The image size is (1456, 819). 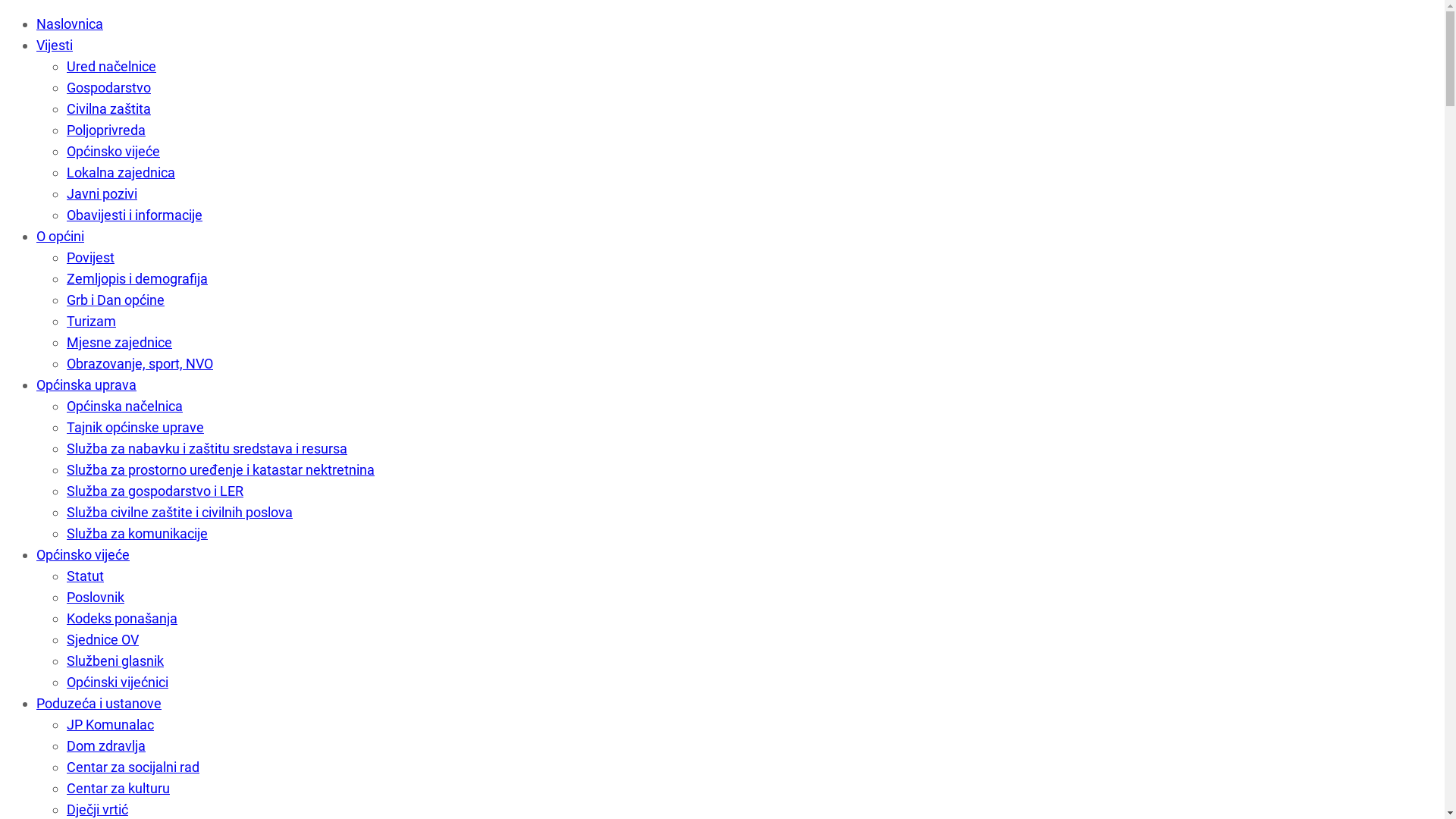 What do you see at coordinates (36, 44) in the screenshot?
I see `'Vijesti'` at bounding box center [36, 44].